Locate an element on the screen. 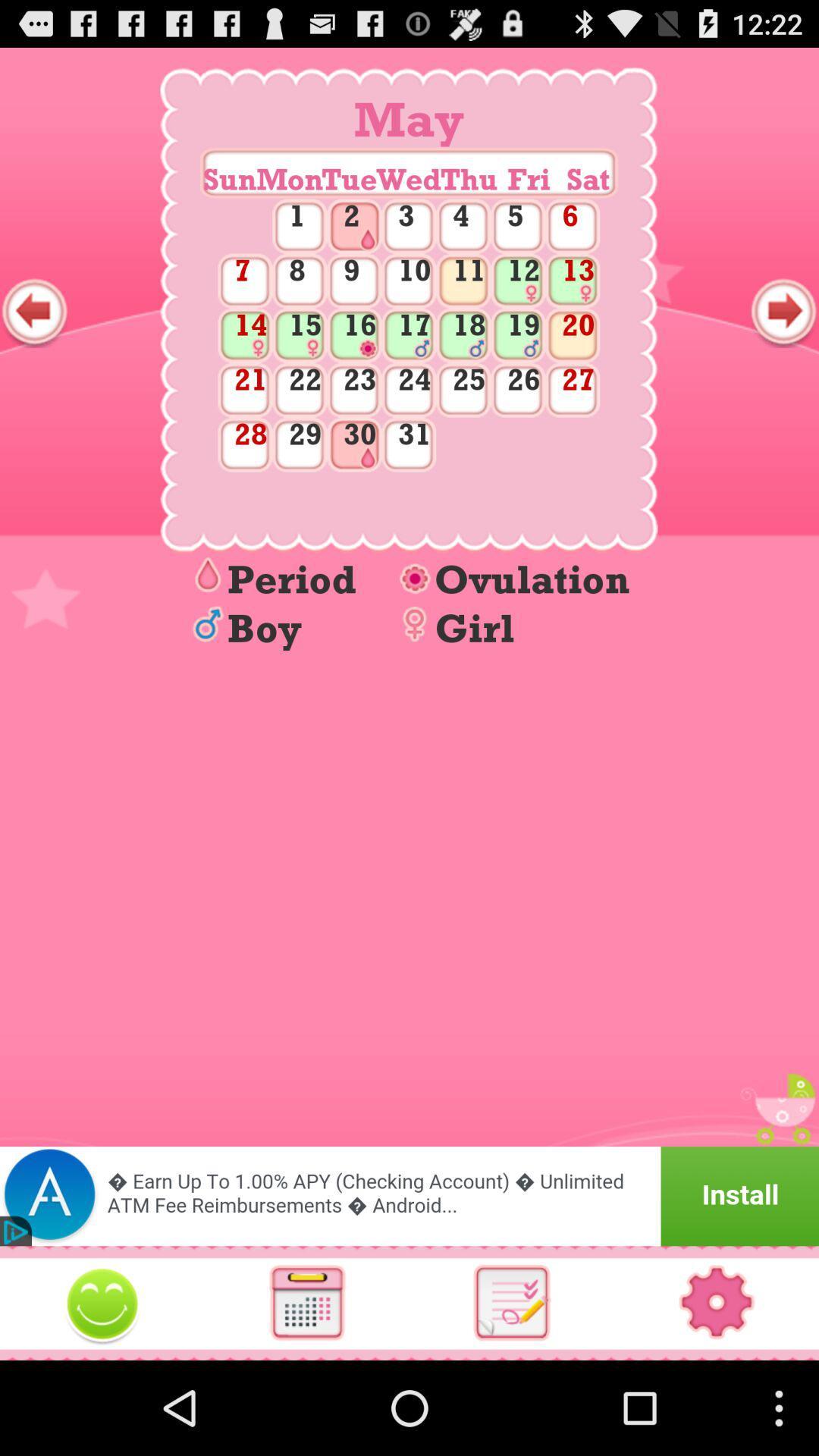 The image size is (819, 1456). settings is located at coordinates (717, 1302).